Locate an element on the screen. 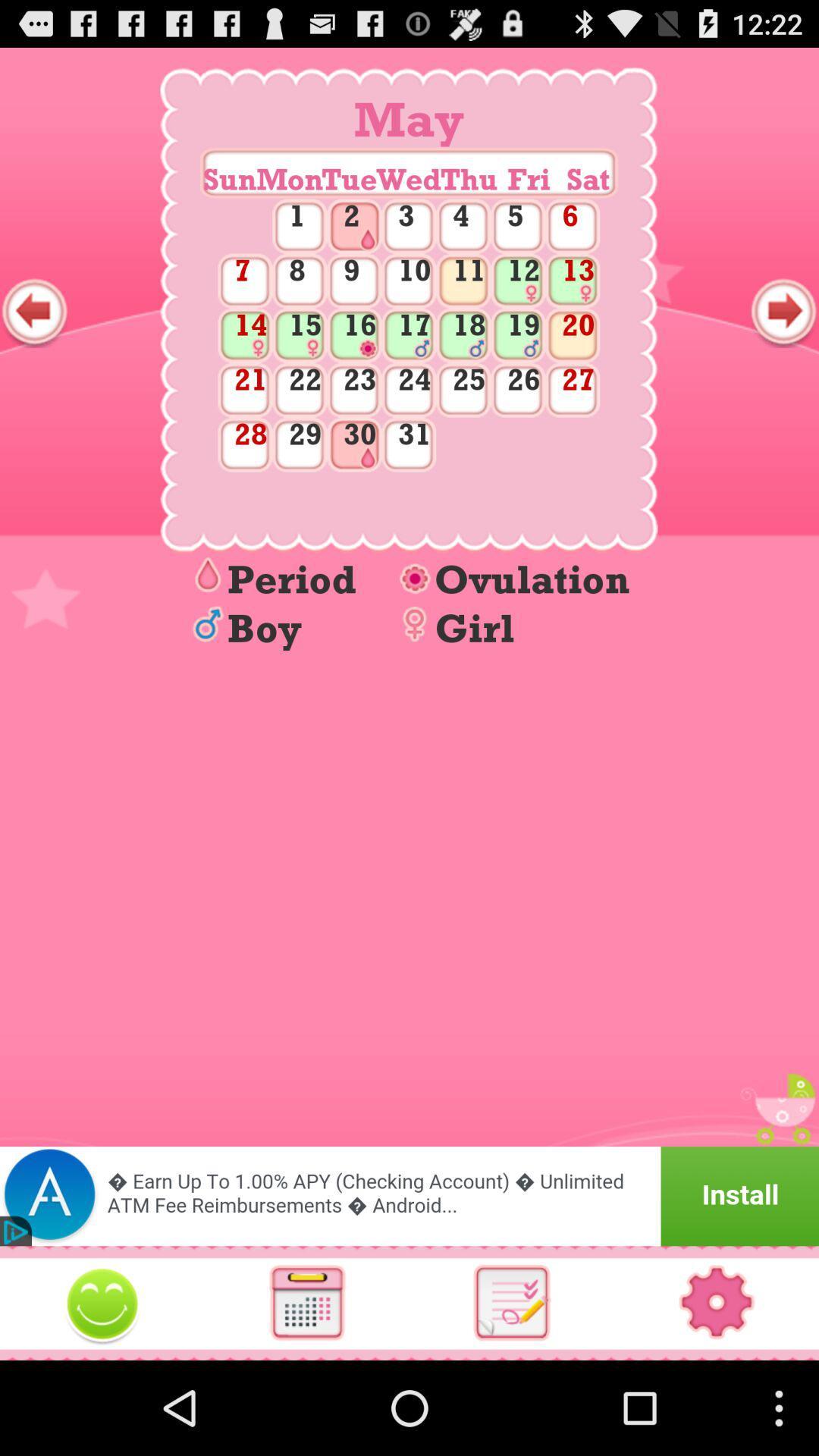 The image size is (819, 1456). settings is located at coordinates (717, 1302).